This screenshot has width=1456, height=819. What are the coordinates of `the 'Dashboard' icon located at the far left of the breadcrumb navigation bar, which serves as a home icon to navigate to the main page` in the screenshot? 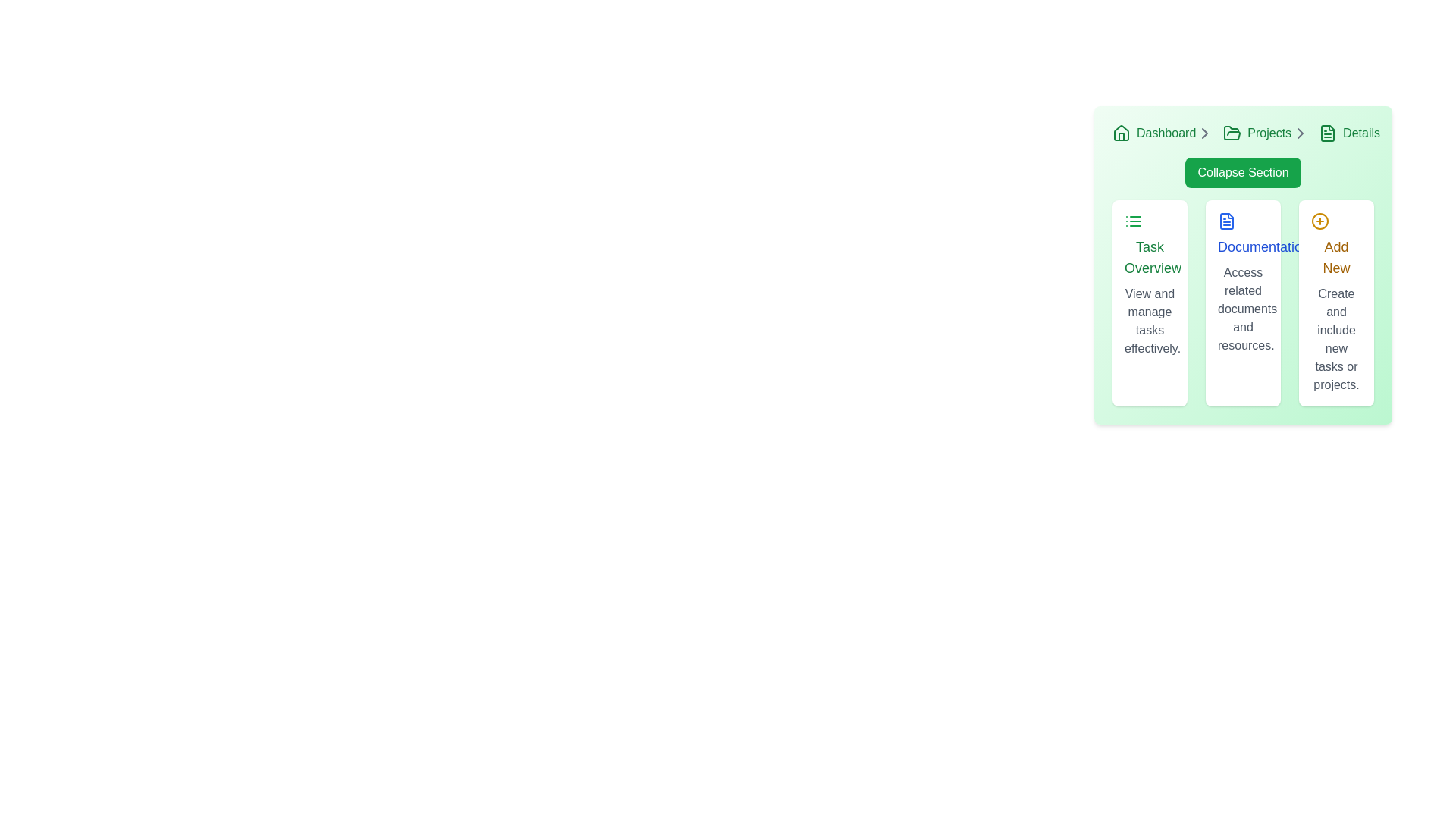 It's located at (1121, 133).